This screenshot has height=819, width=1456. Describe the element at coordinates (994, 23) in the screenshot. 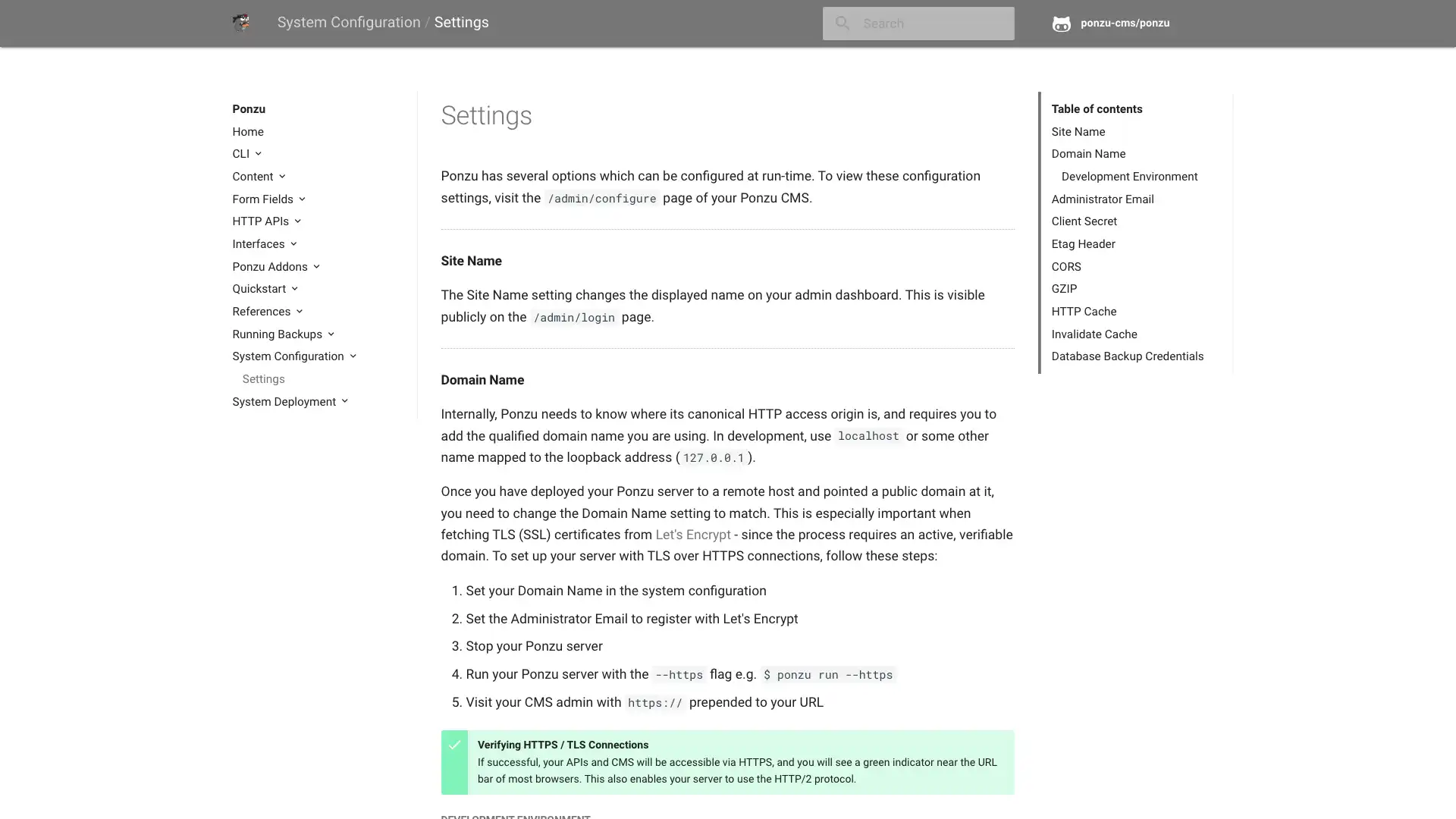

I see `close` at that location.